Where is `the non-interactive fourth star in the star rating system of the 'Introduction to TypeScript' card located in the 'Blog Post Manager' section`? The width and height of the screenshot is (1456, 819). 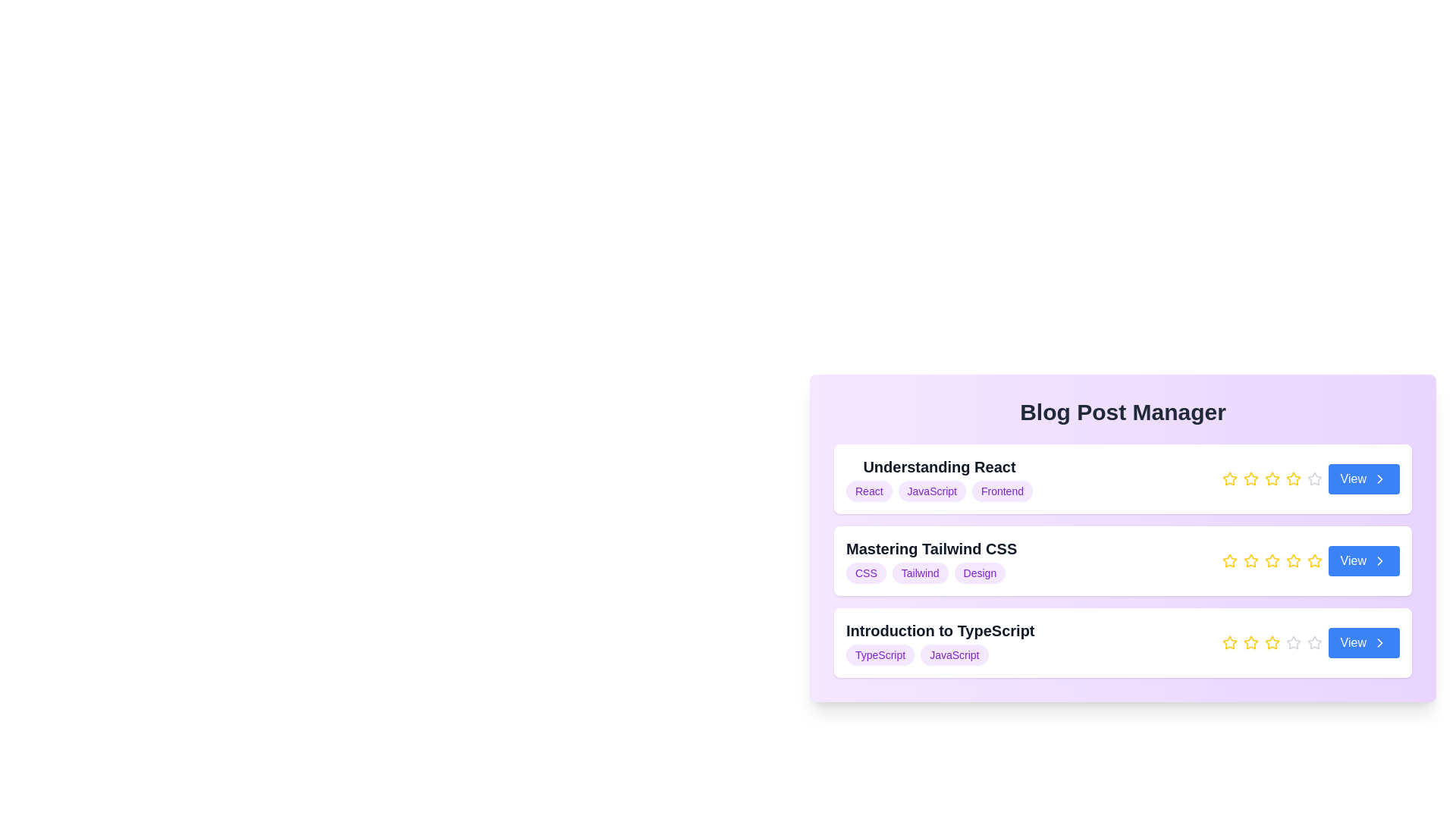 the non-interactive fourth star in the star rating system of the 'Introduction to TypeScript' card located in the 'Blog Post Manager' section is located at coordinates (1310, 643).